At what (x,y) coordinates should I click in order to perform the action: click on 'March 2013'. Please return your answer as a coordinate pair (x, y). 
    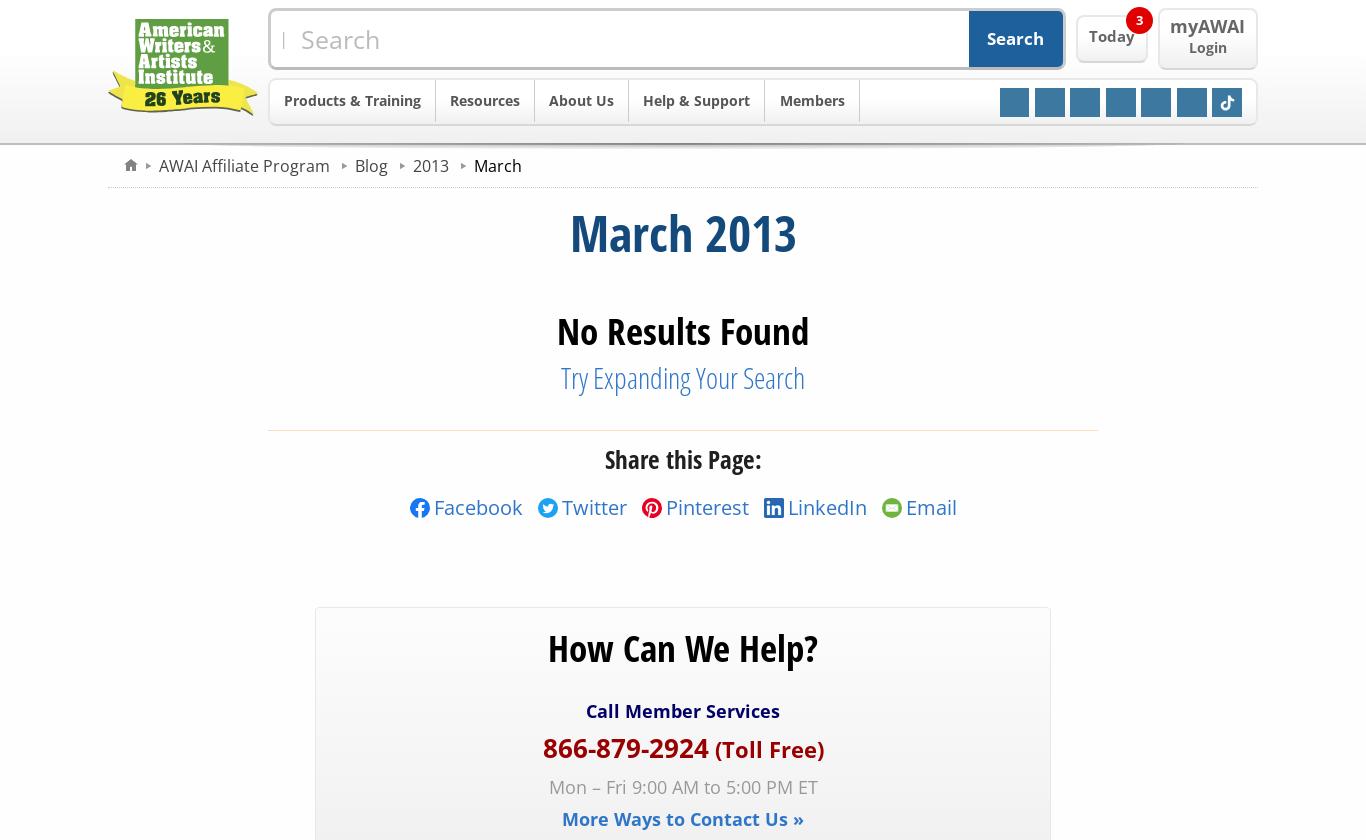
    Looking at the image, I should click on (681, 233).